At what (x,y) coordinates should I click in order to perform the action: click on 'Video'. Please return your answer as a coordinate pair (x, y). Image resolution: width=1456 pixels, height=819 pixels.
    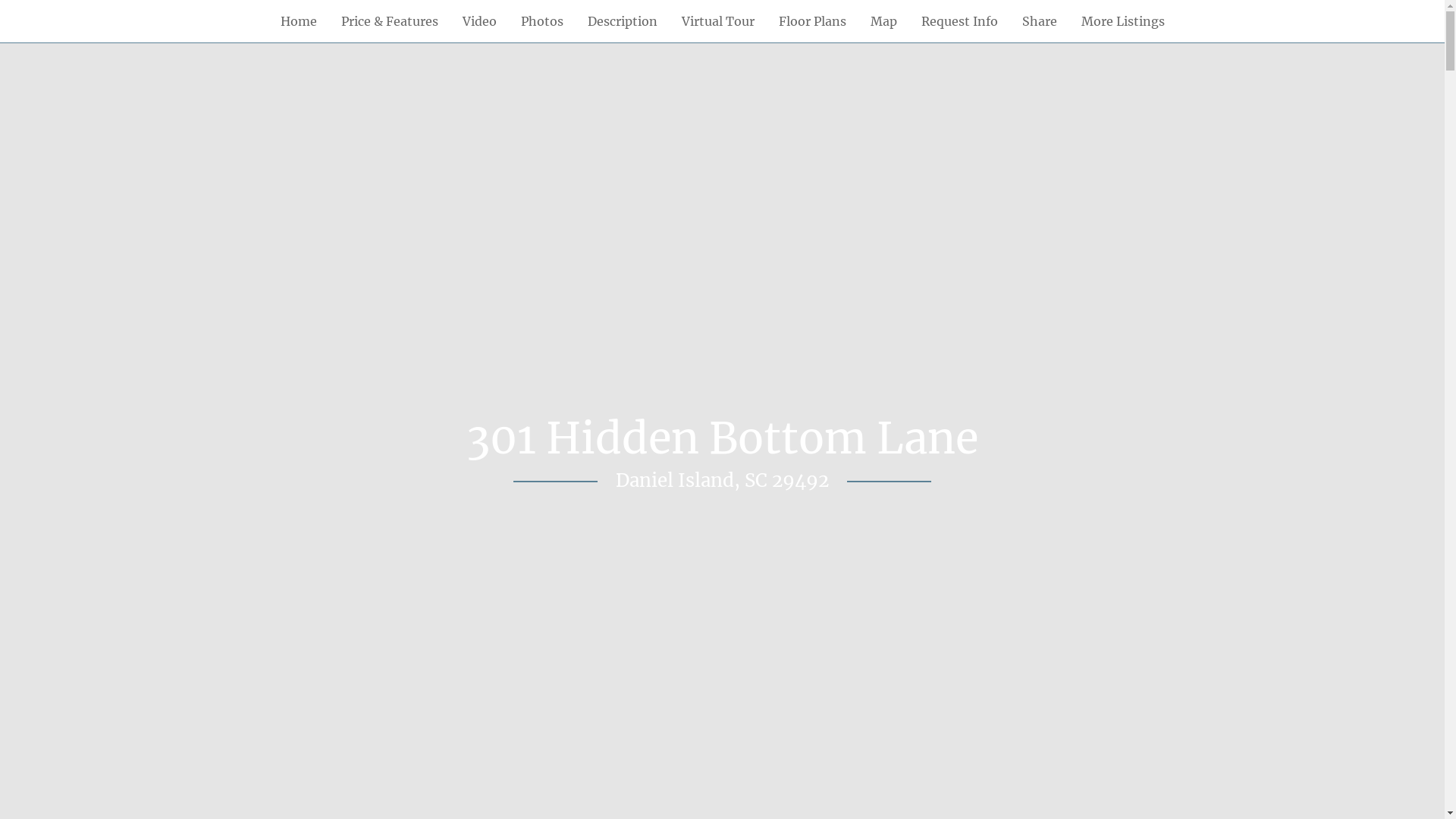
    Looking at the image, I should click on (479, 20).